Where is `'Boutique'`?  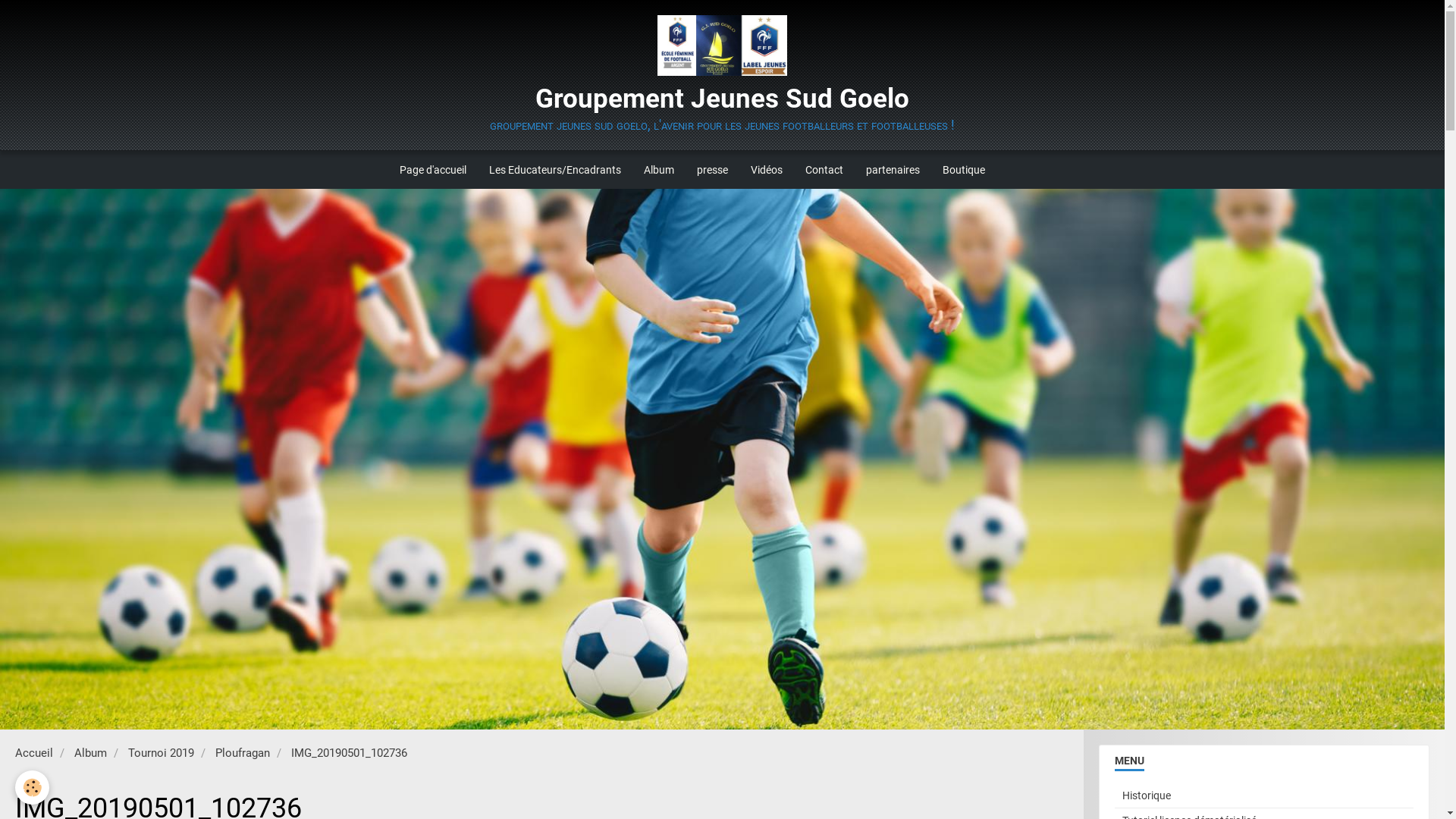 'Boutique' is located at coordinates (963, 169).